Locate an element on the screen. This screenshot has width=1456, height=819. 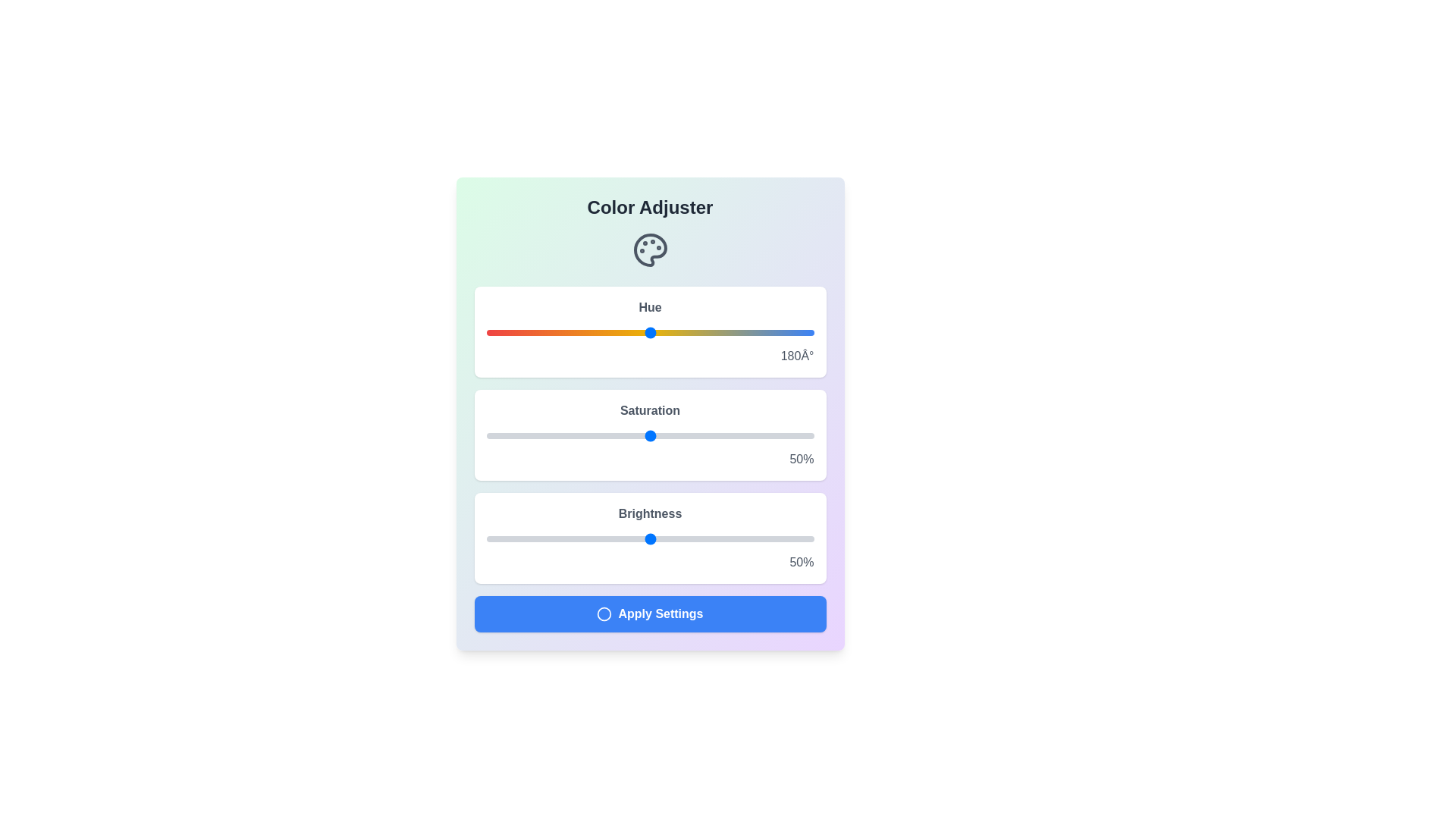
the 'Hue' slider to 86 degrees is located at coordinates (563, 332).